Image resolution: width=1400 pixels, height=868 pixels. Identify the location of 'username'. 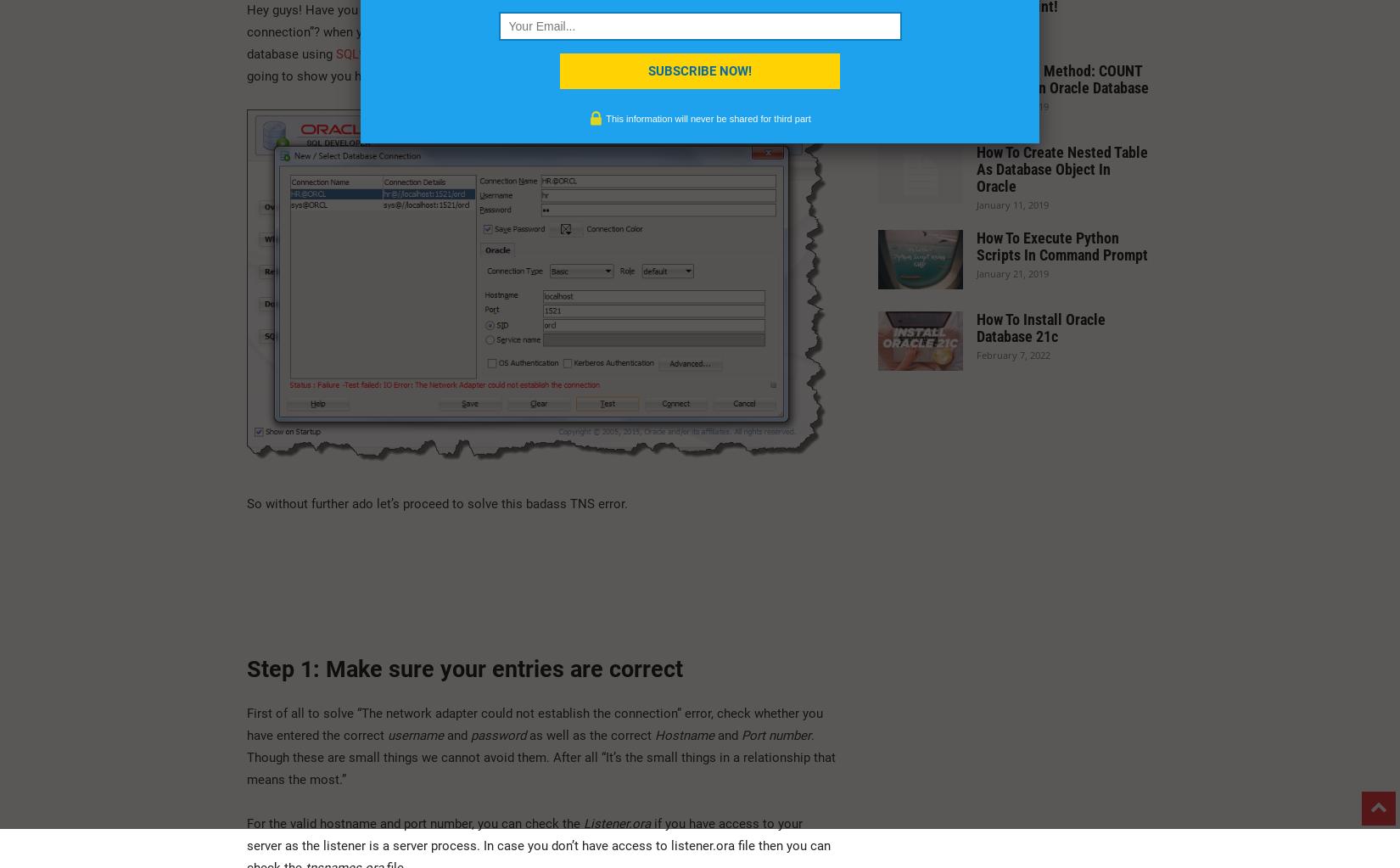
(387, 733).